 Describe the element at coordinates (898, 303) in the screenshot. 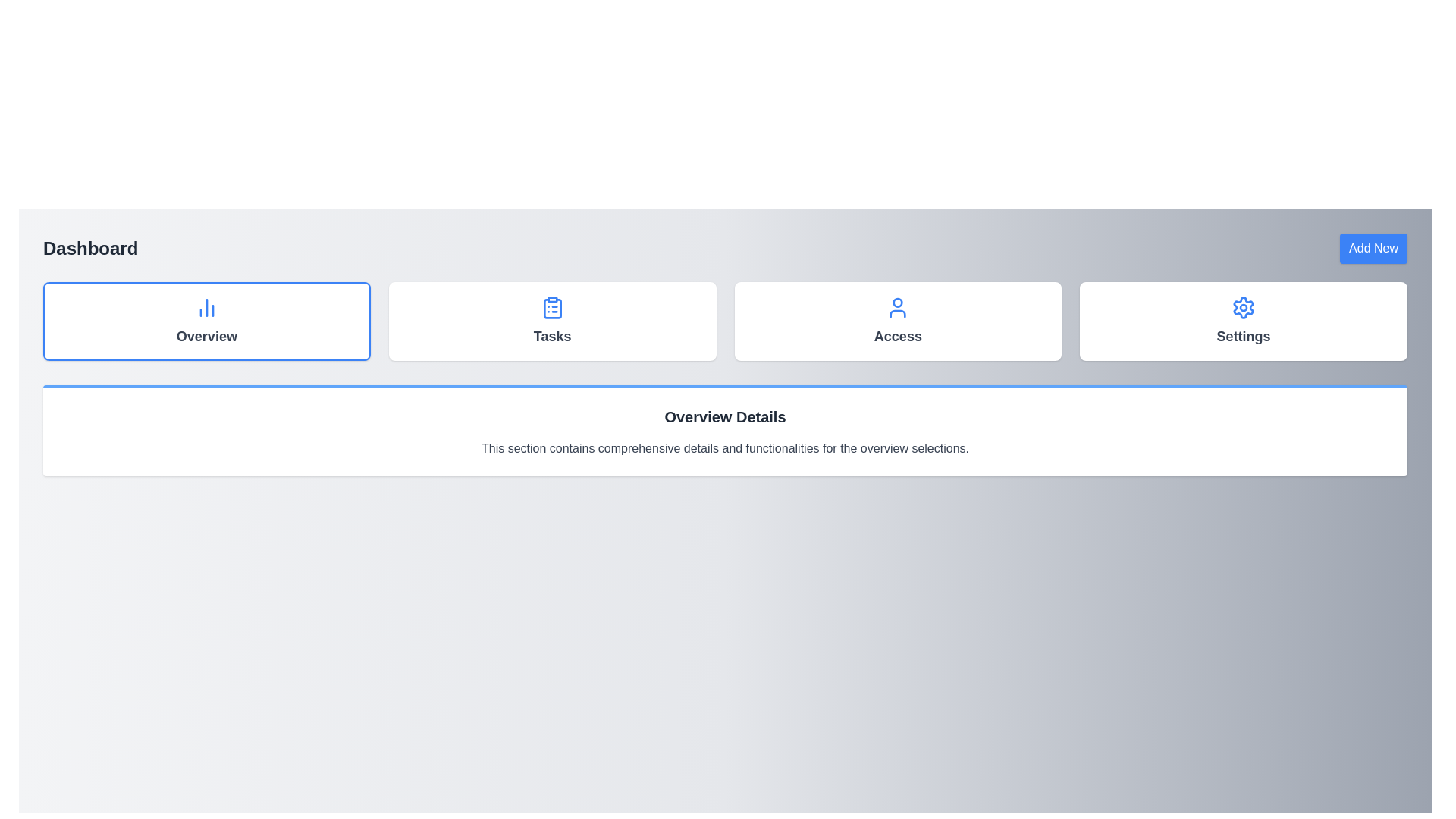

I see `the graphical component (circle) that is centrally located within the user icon in the main navigation section` at that location.